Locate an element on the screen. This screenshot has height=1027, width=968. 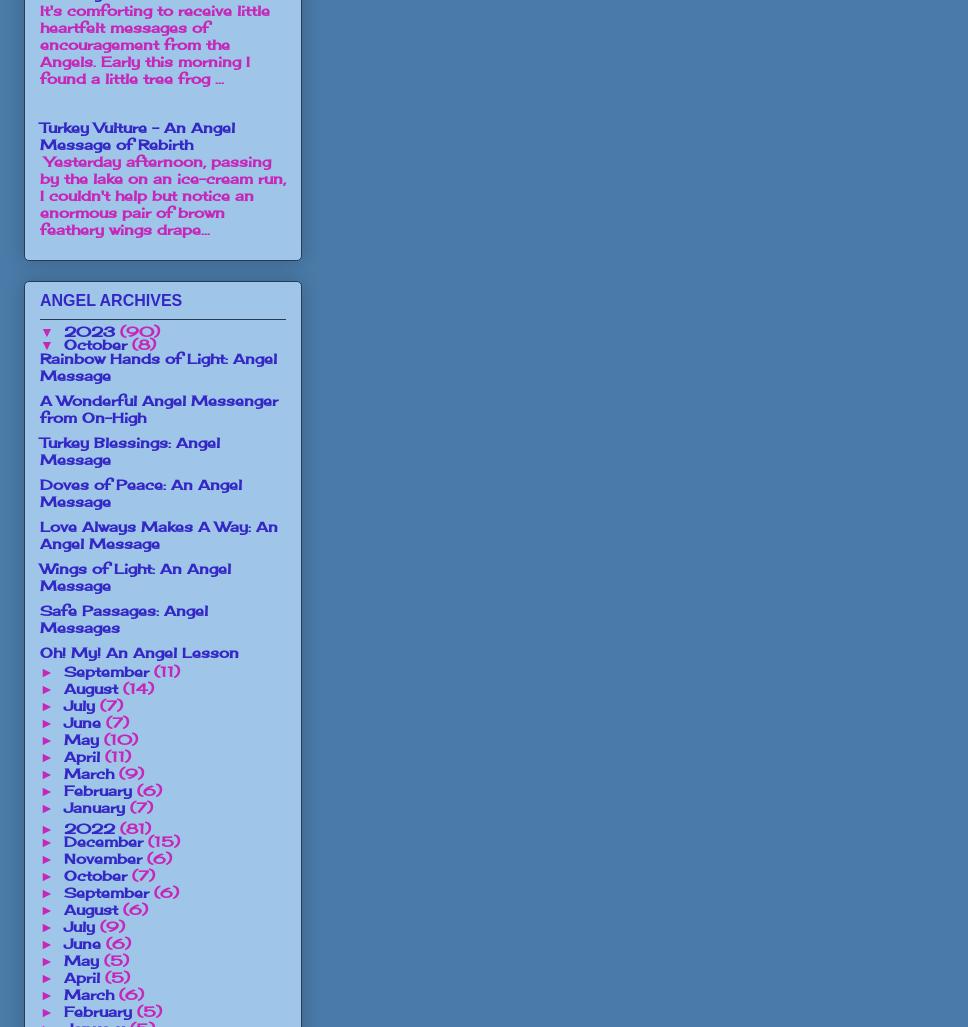
'(81)' is located at coordinates (133, 827).